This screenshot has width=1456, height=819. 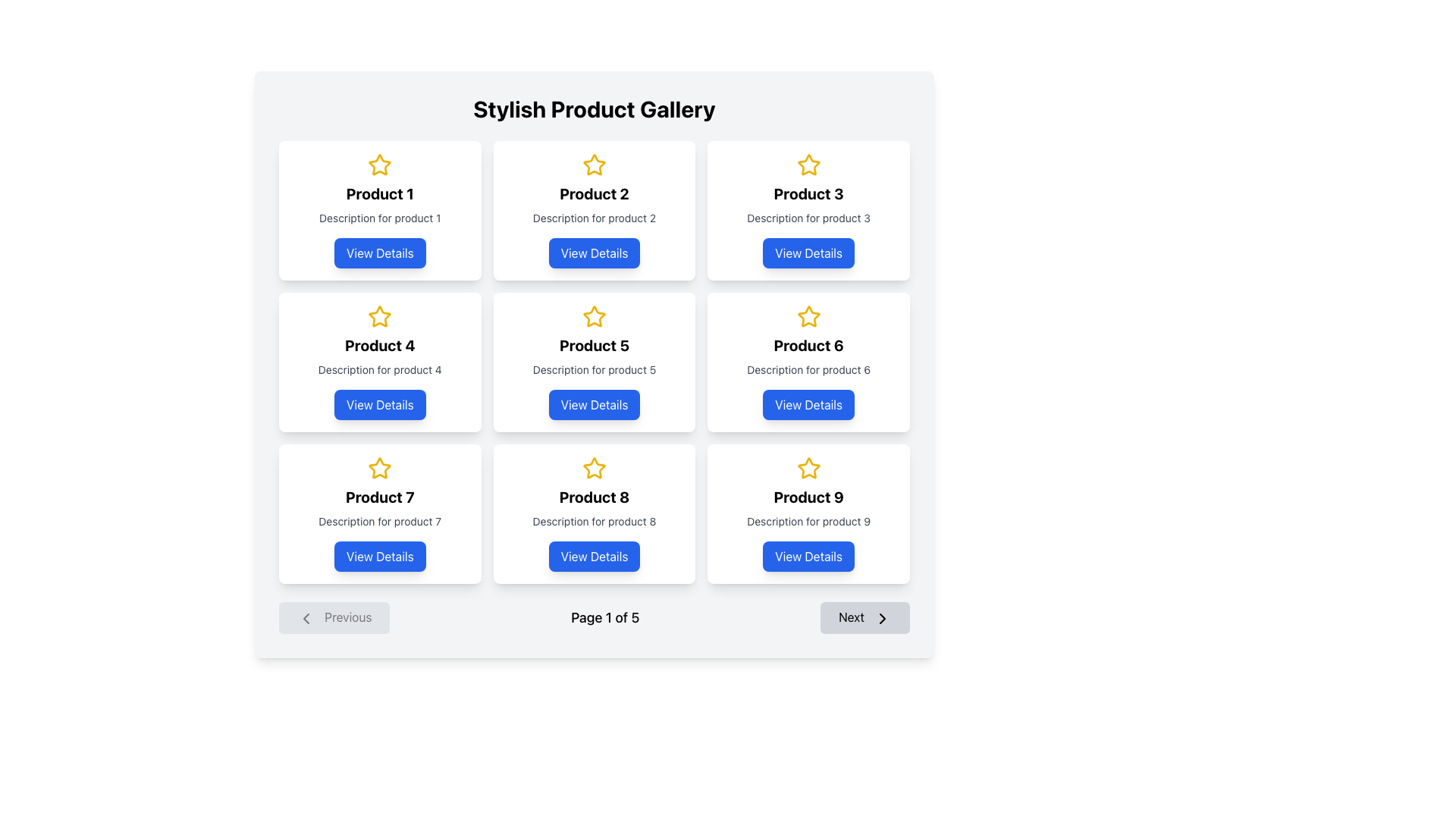 I want to click on the text label displaying 'Page 1 of 5', located at the bottom of the section containing the product list, bordered by 'Previous' and 'Next' buttons, so click(x=593, y=617).